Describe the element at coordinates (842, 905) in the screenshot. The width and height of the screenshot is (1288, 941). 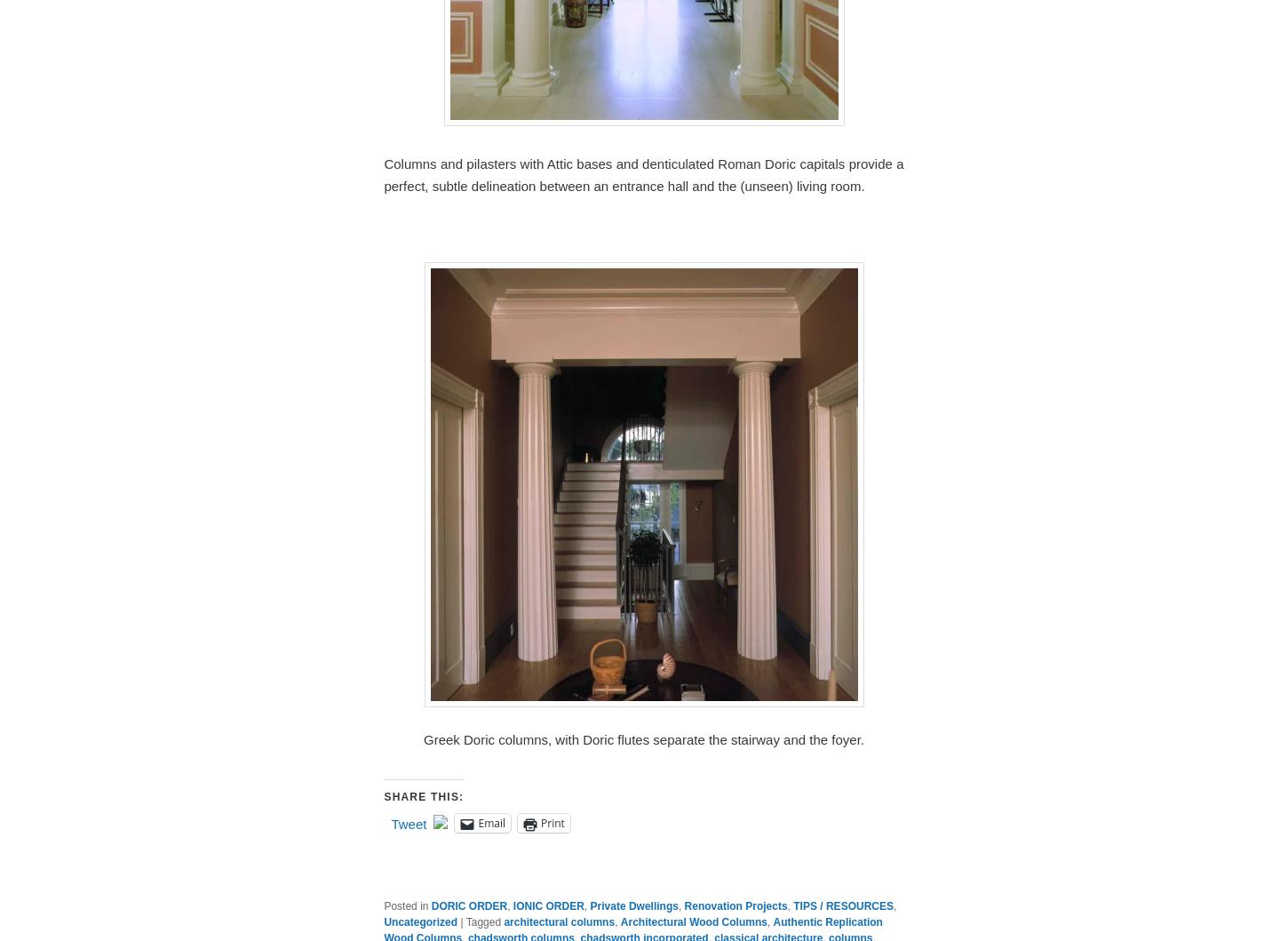
I see `'TIPS / RESOURCES'` at that location.